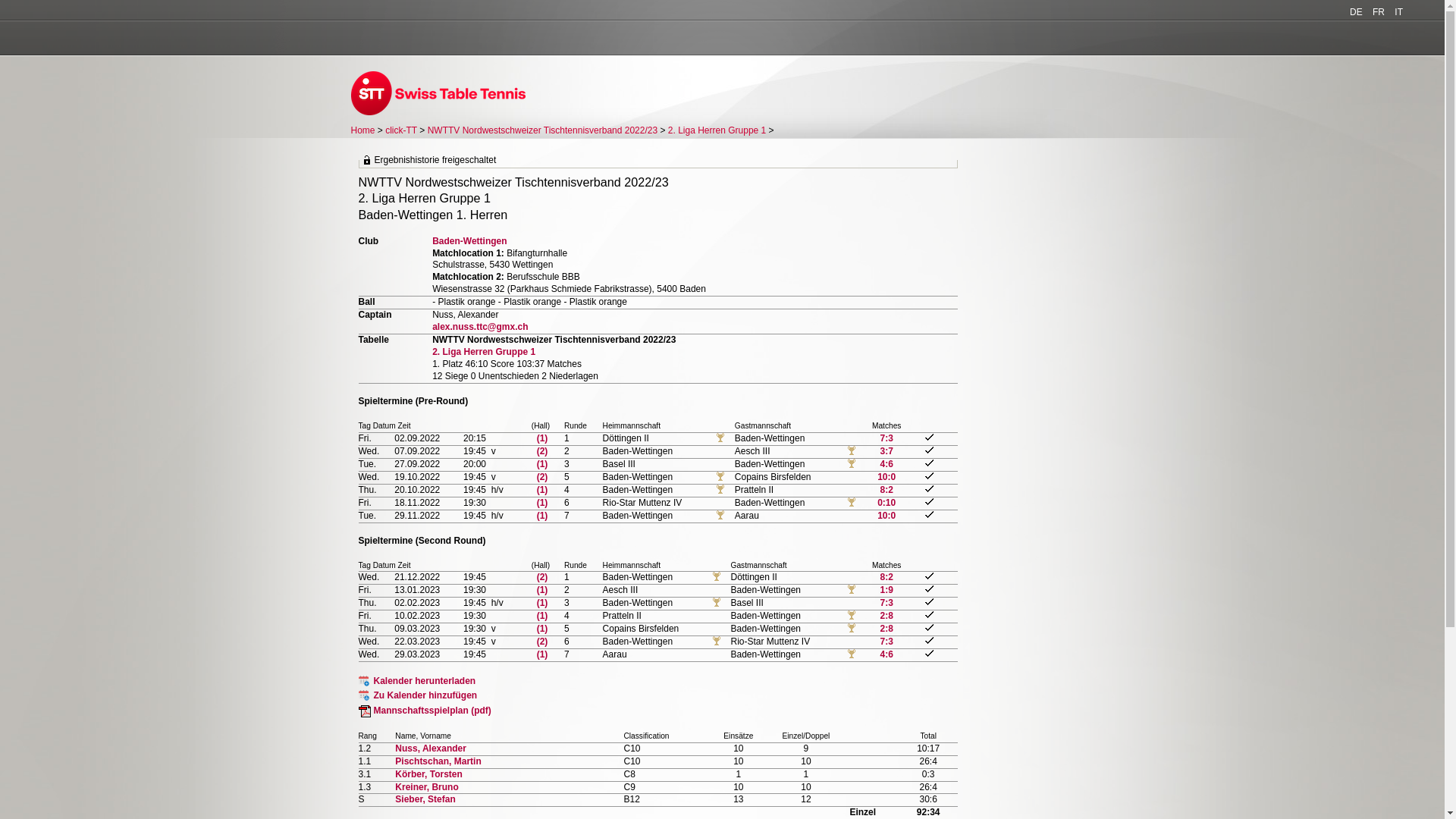 Image resolution: width=1456 pixels, height=819 pixels. I want to click on 'click-TT', so click(400, 130).